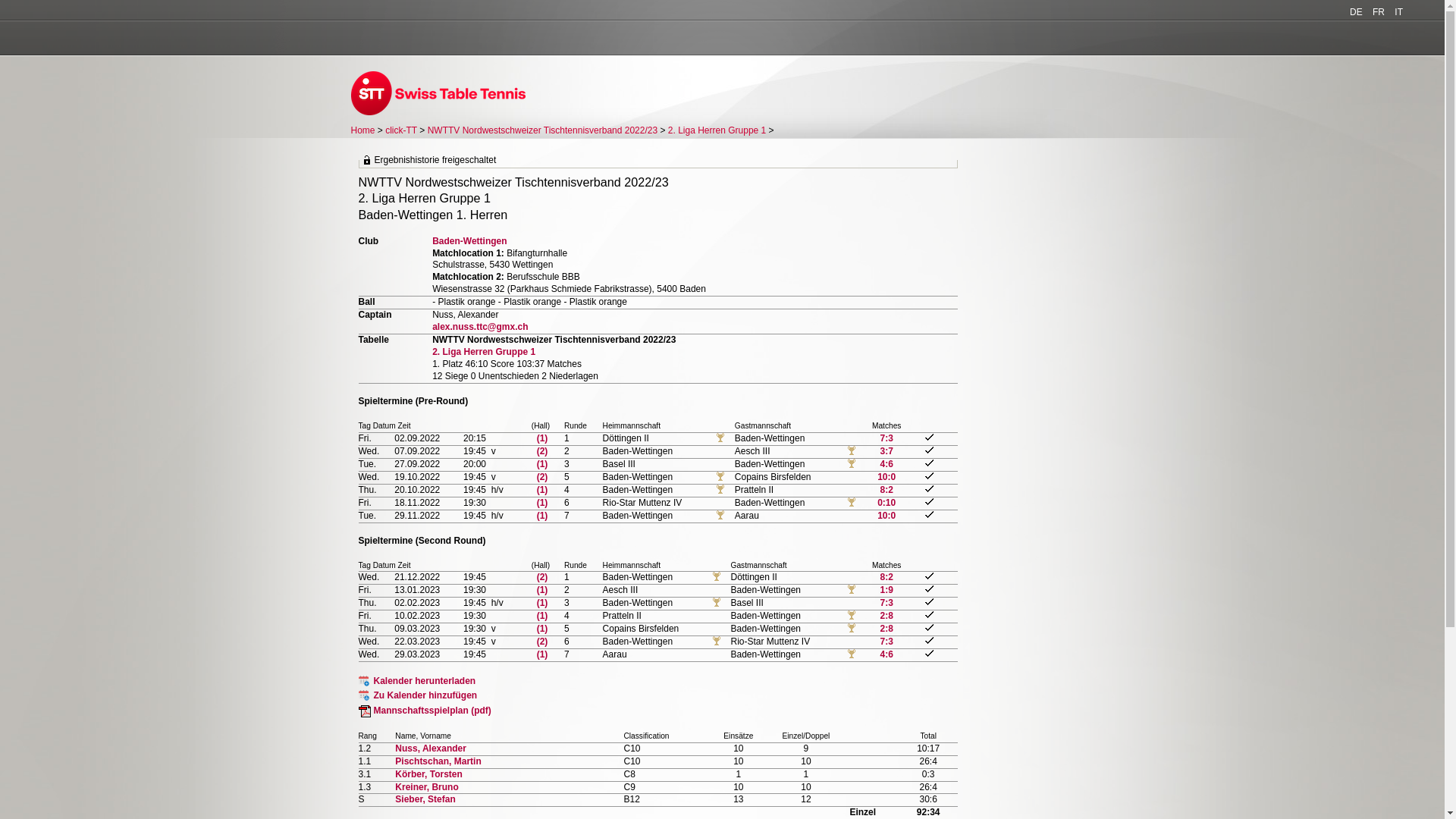 Image resolution: width=1456 pixels, height=819 pixels. I want to click on 'click-TT', so click(400, 130).